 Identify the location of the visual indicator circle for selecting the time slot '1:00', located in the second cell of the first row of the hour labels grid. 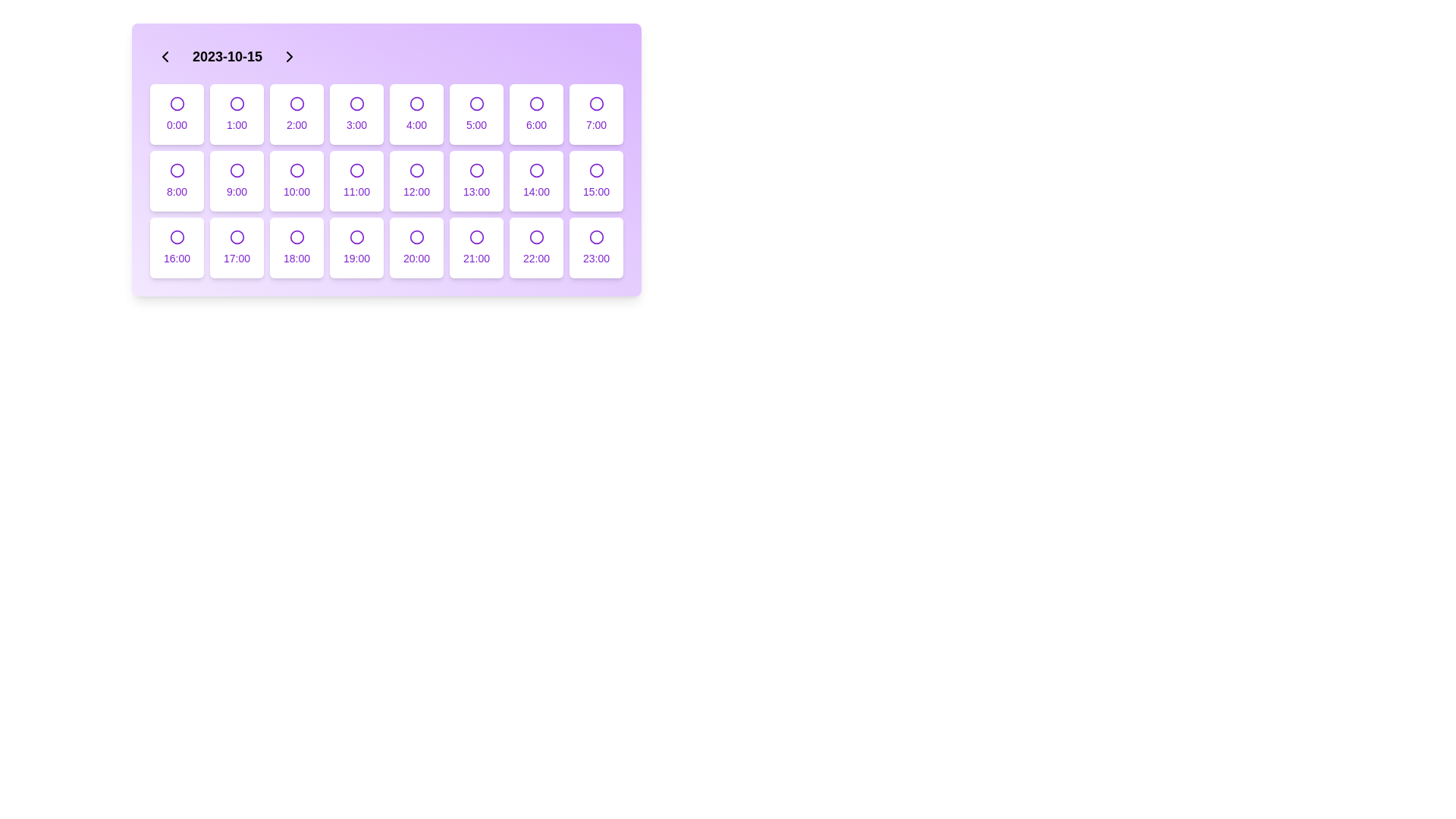
(236, 103).